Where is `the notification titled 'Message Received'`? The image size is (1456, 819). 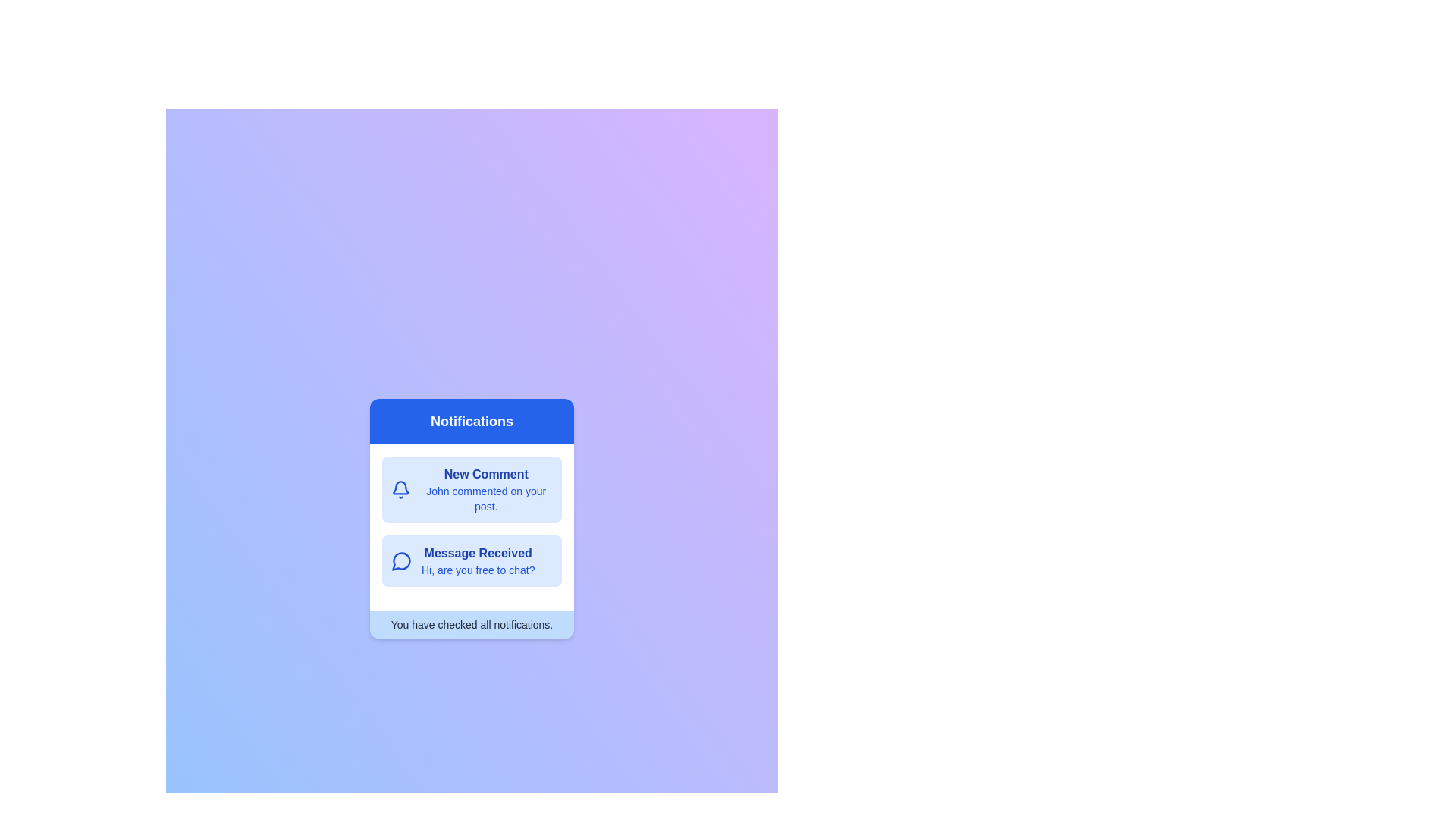 the notification titled 'Message Received' is located at coordinates (471, 561).